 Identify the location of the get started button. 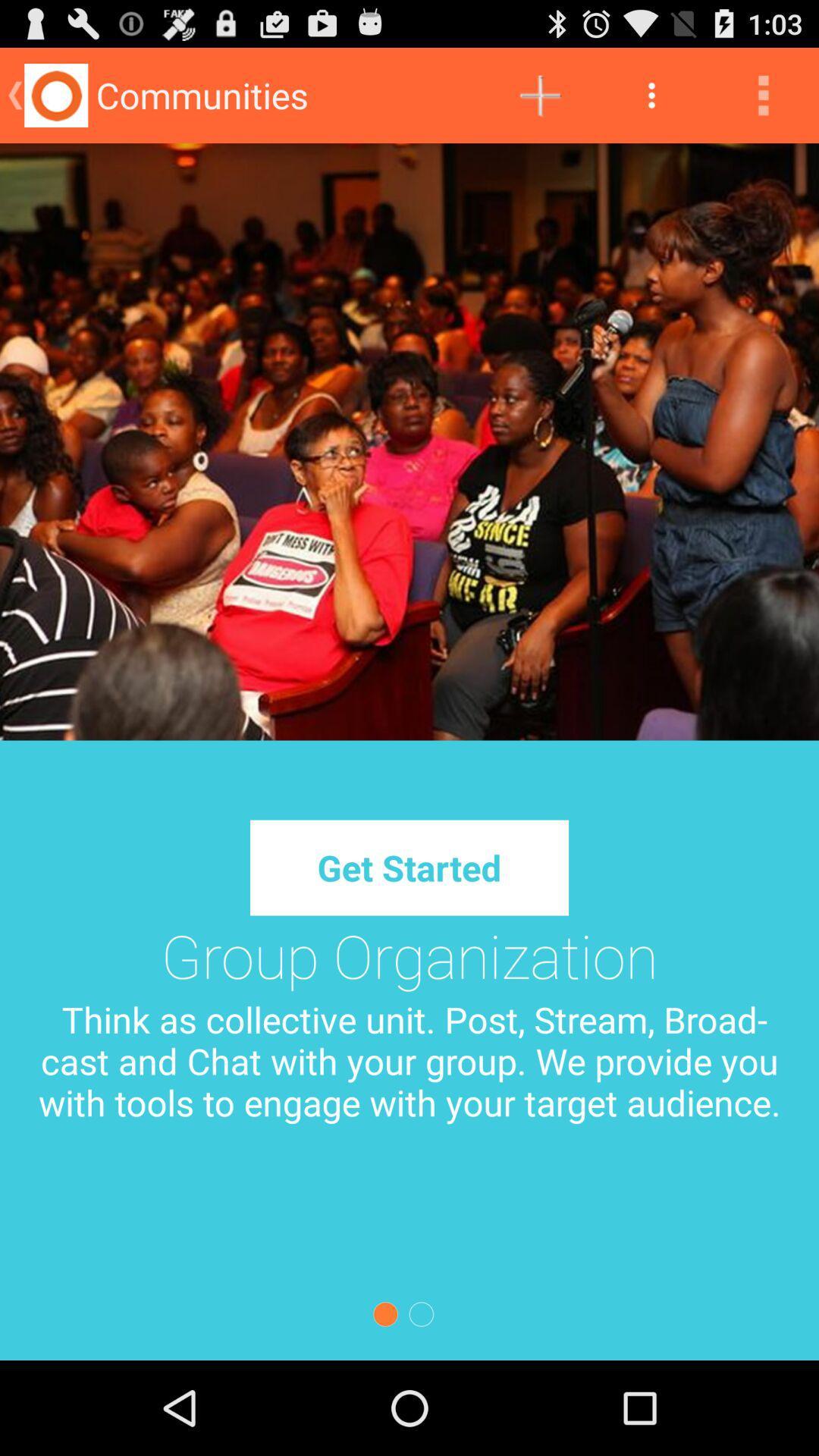
(409, 868).